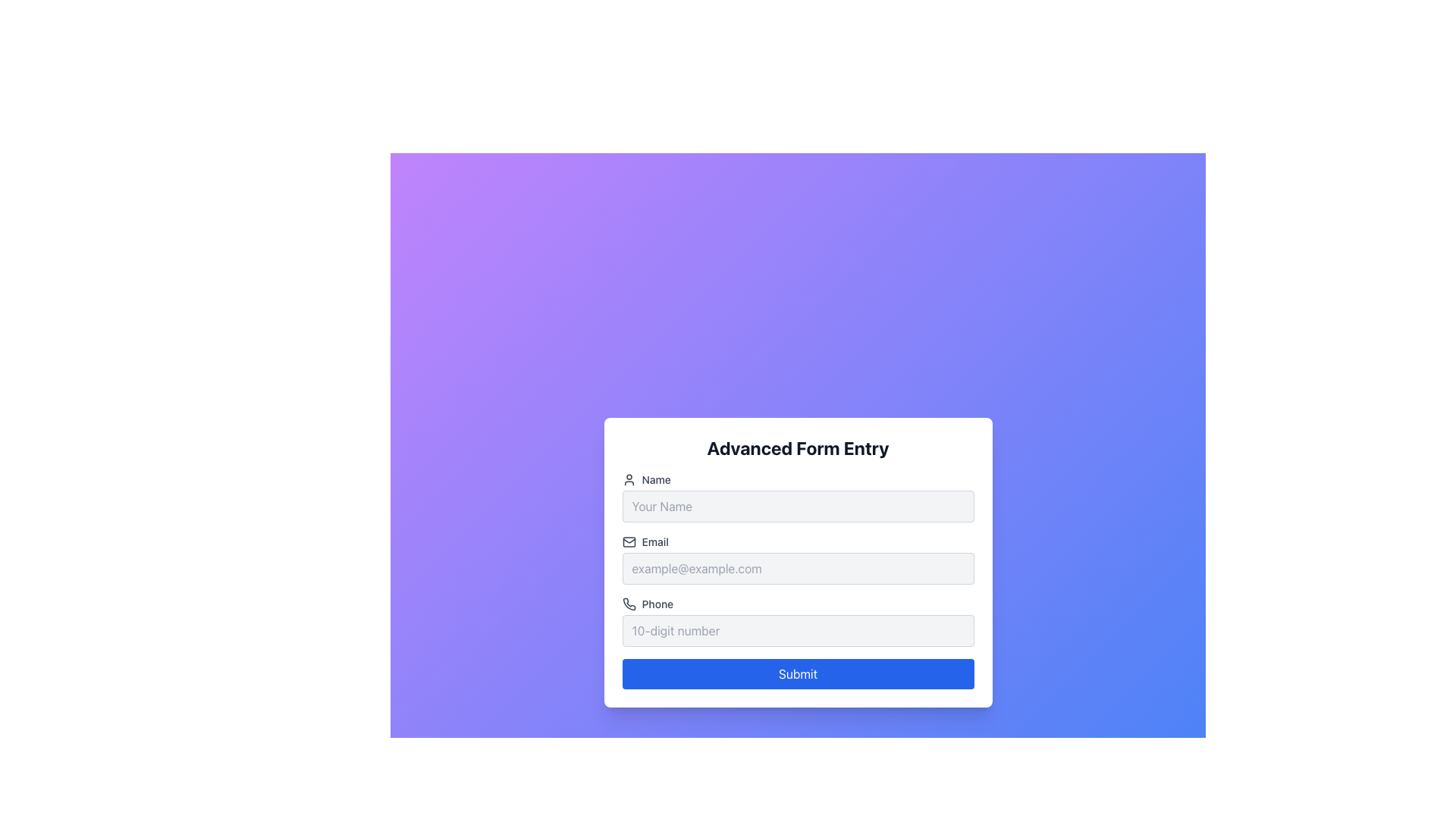 This screenshot has width=1456, height=819. What do you see at coordinates (797, 622) in the screenshot?
I see `the phone number input field, which is the third input field in the form, located below the 'Email' field and above the 'Submit' button` at bounding box center [797, 622].